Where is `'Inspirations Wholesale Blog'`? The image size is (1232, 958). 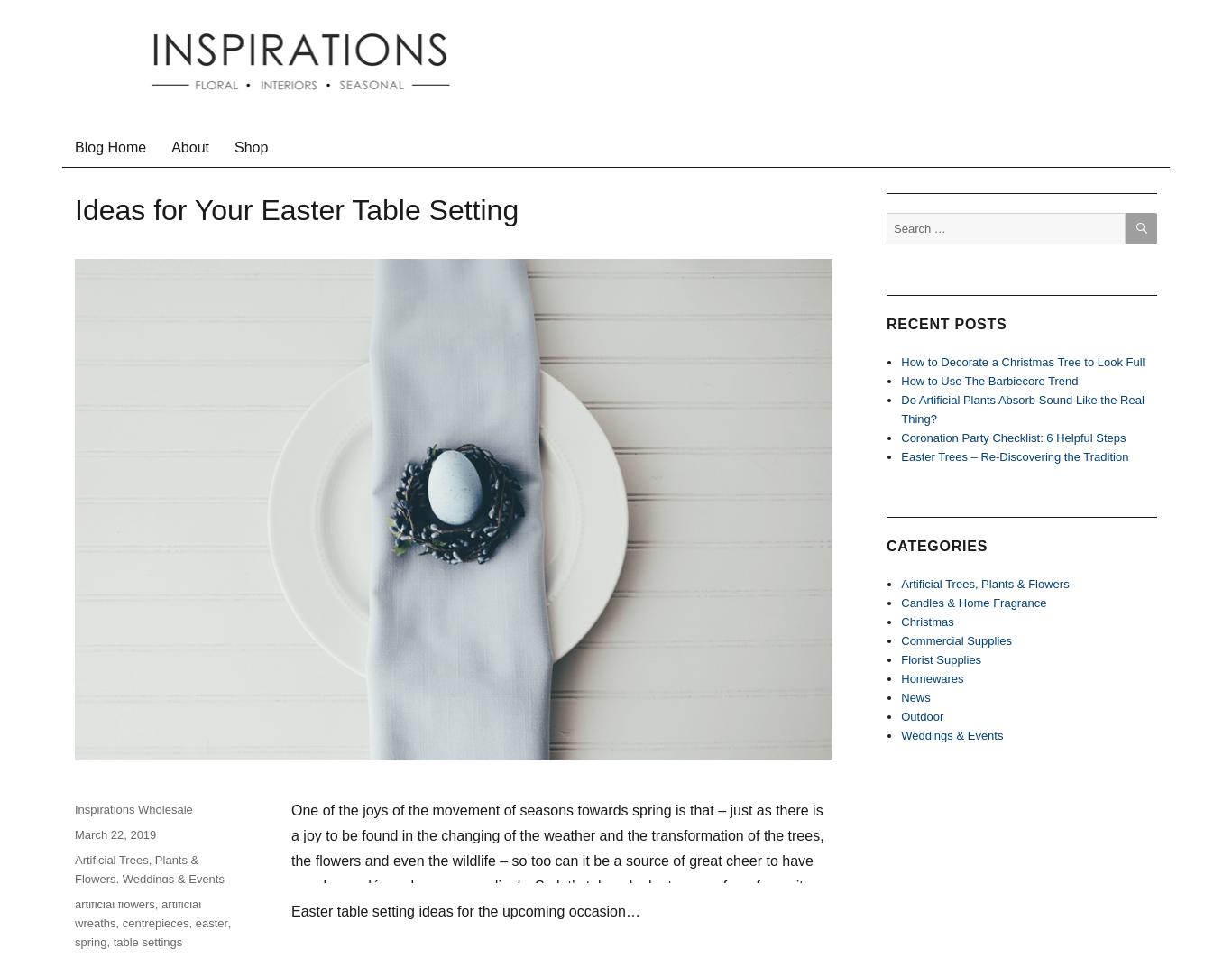 'Inspirations Wholesale Blog' is located at coordinates (230, 131).